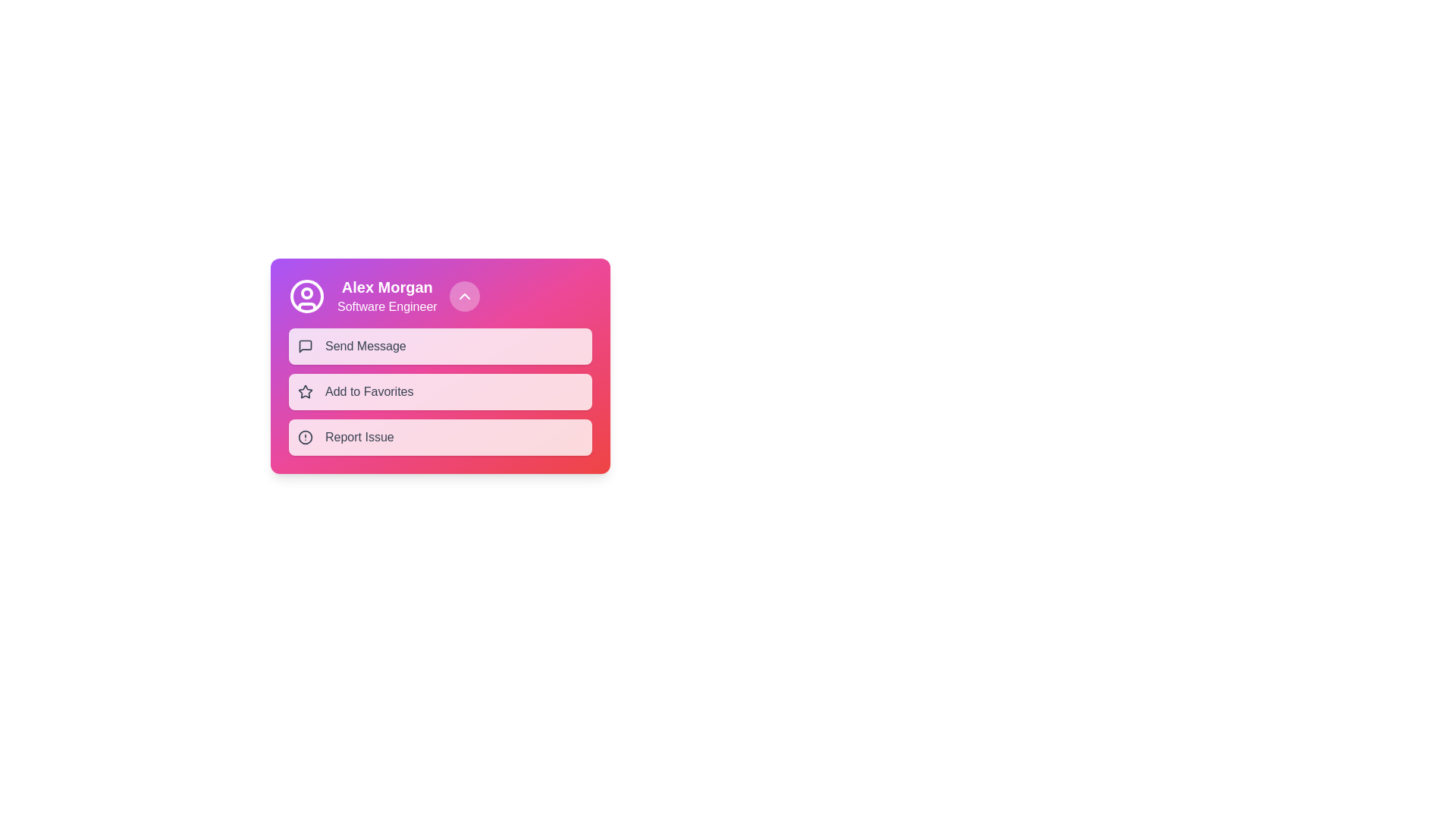 This screenshot has height=819, width=1456. What do you see at coordinates (439, 391) in the screenshot?
I see `the interactive button that allows the user to mark or unmark an item as a favorite, which is the second button in a vertical stack, positioned below the 'Send Message' button and above the 'Report Issue' button` at bounding box center [439, 391].